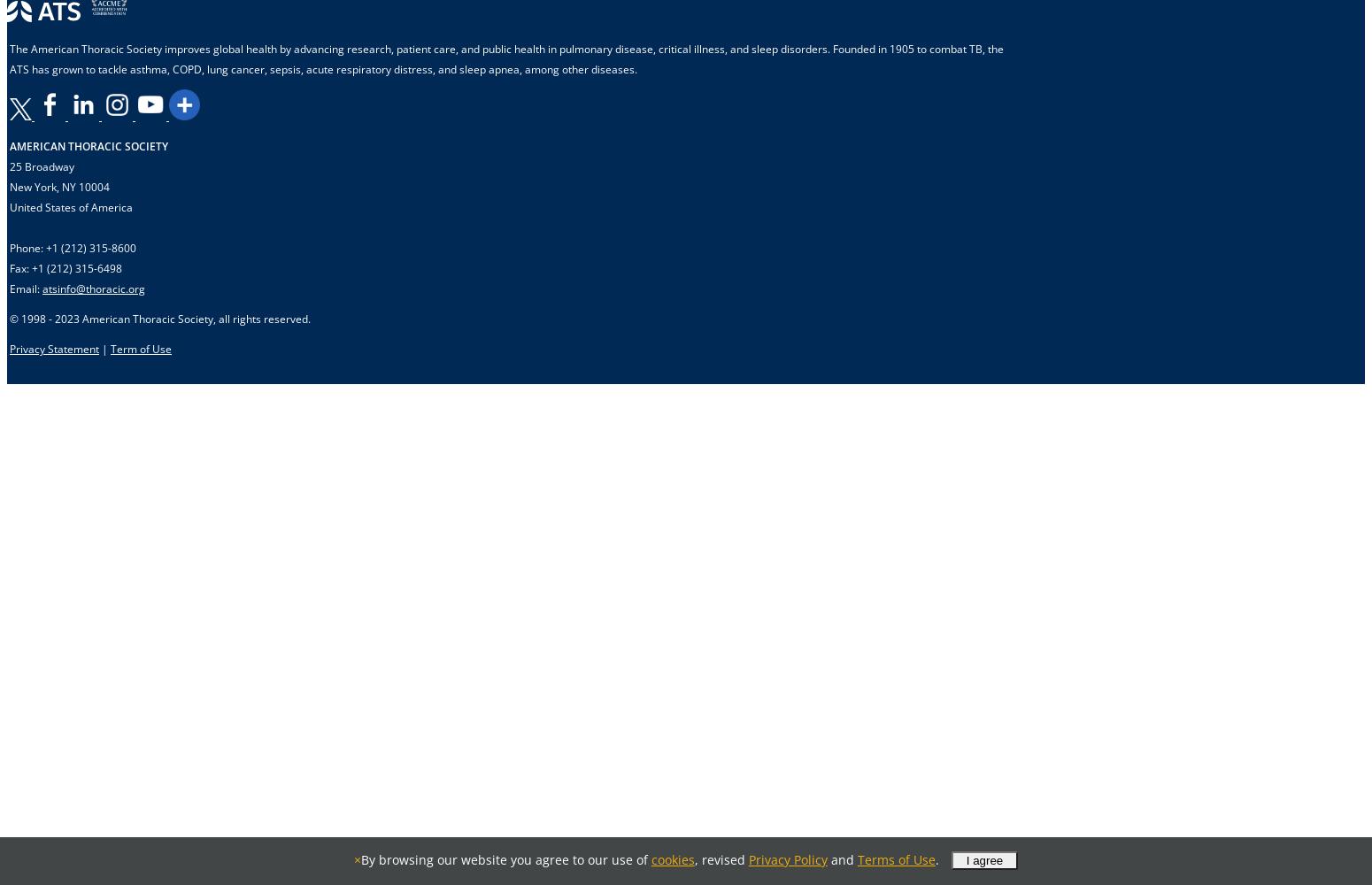 This screenshot has width=1372, height=885. What do you see at coordinates (105, 349) in the screenshot?
I see `'|'` at bounding box center [105, 349].